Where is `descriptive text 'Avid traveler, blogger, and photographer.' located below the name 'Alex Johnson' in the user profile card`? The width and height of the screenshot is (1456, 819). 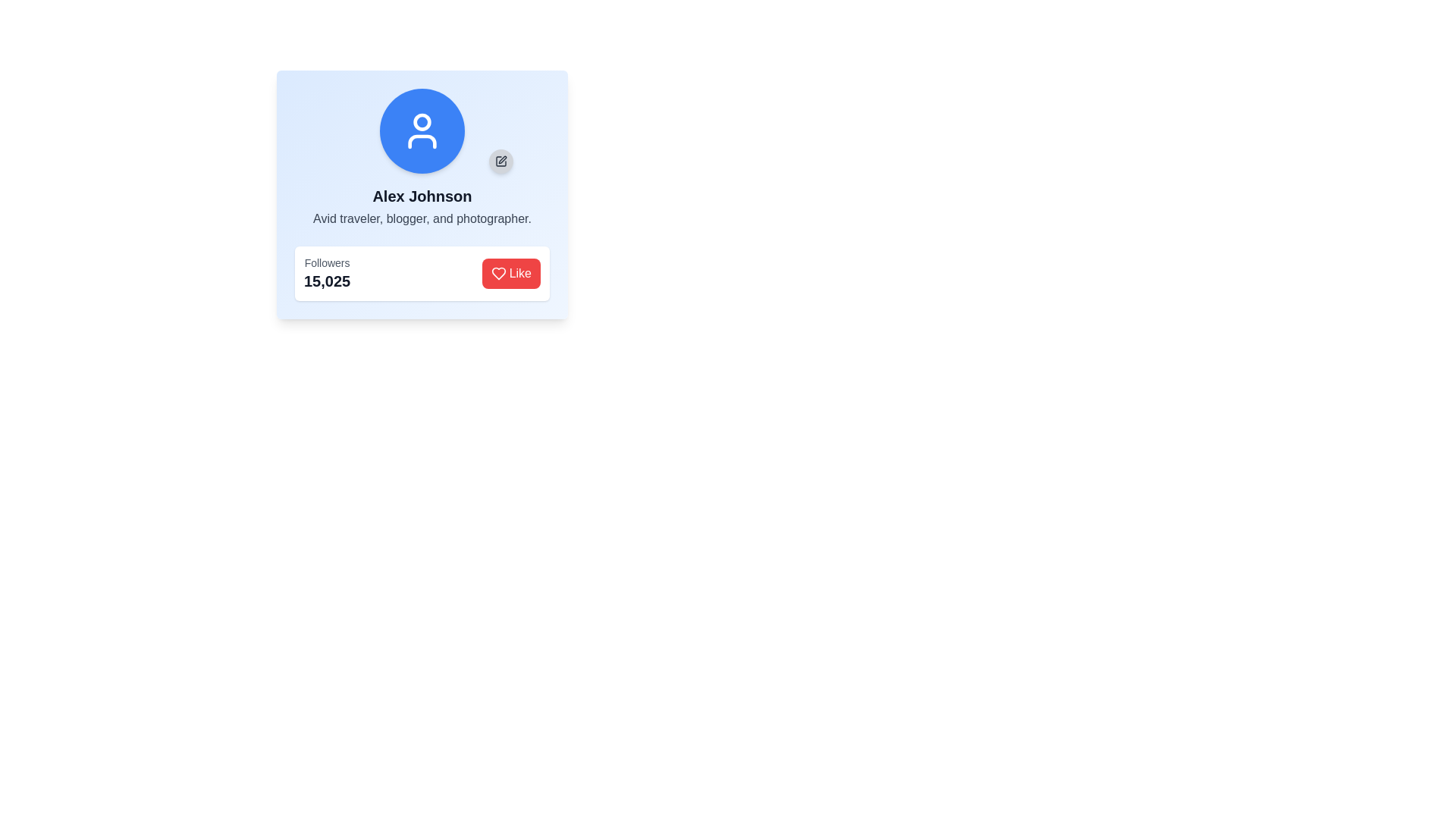
descriptive text 'Avid traveler, blogger, and photographer.' located below the name 'Alex Johnson' in the user profile card is located at coordinates (422, 219).